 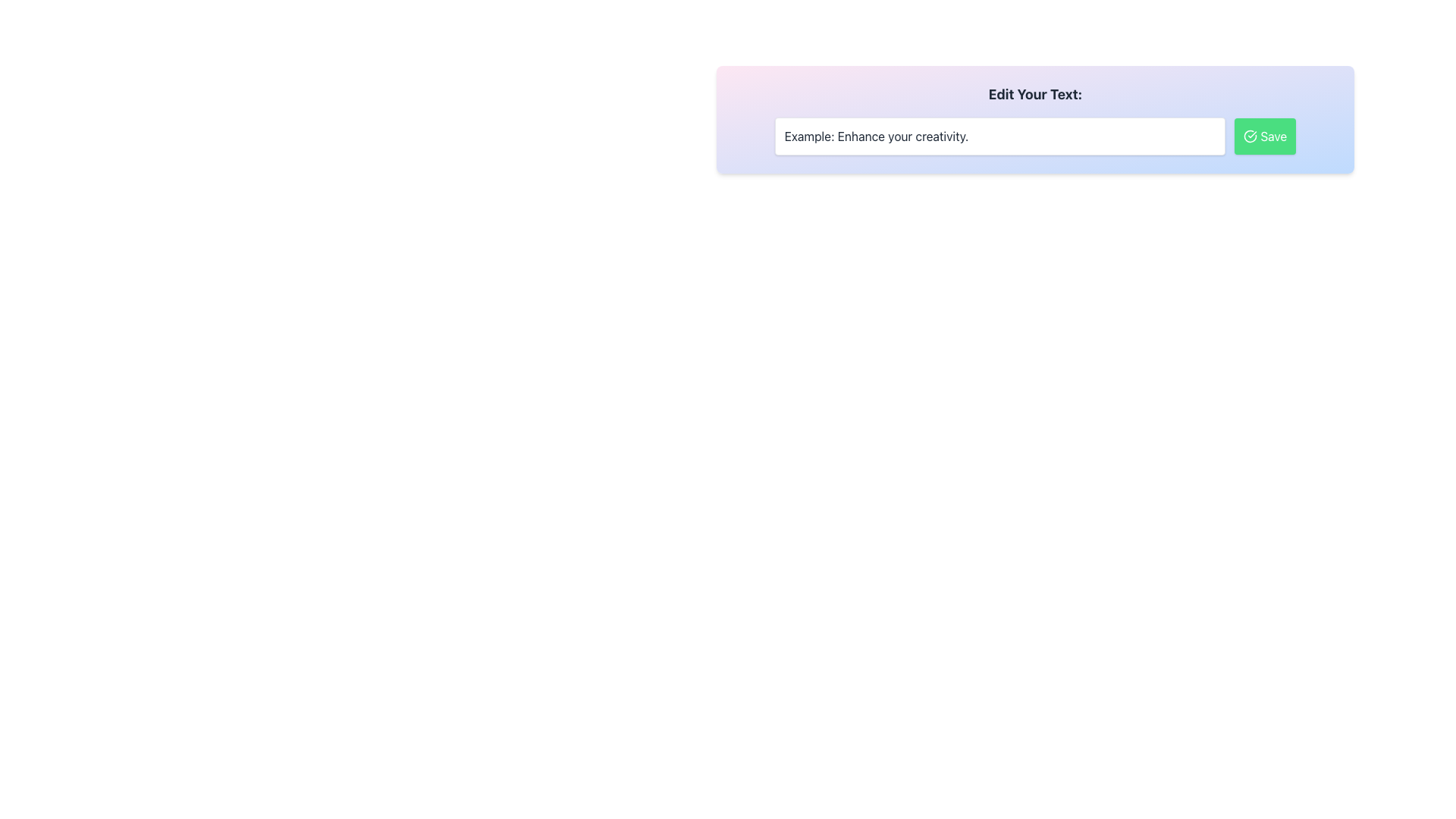 I want to click on the 'Save' button located to the right of the text input field to initiate the save action, so click(x=1265, y=136).